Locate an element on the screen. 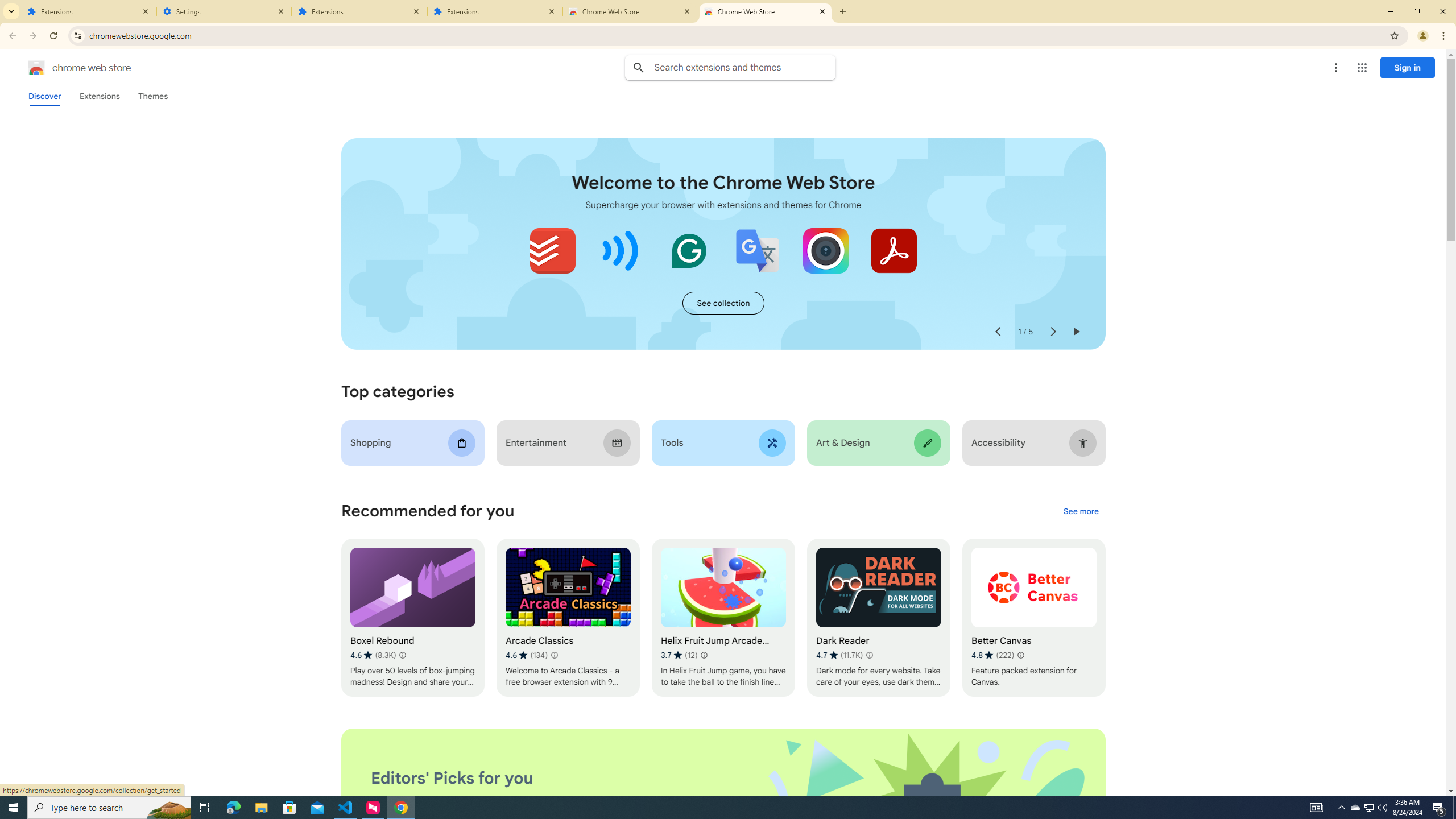 The image size is (1456, 819). 'Shopping' is located at coordinates (412, 442).